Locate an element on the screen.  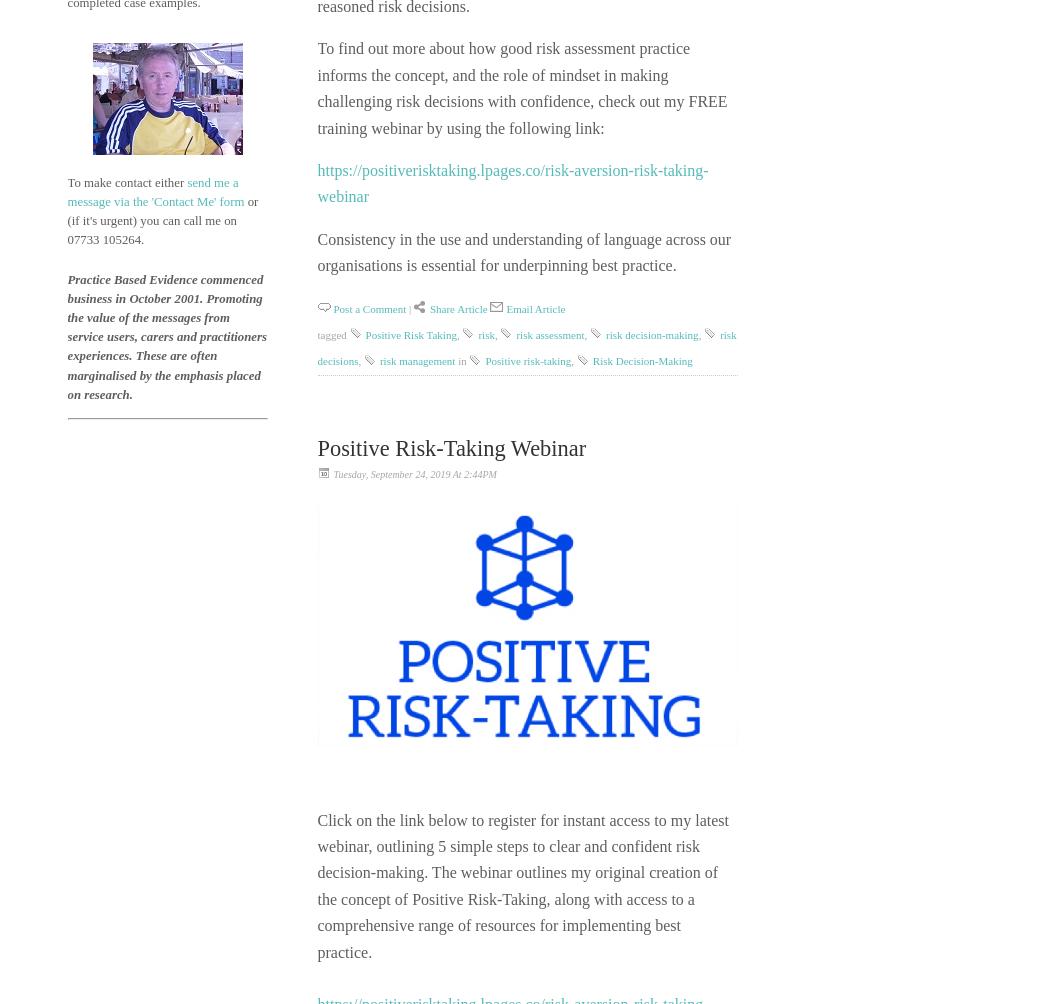
'Click on the link below to register for instant access to my latest webinar, outlining 5 simple steps to clear and confident risk decision-making. The webinar outlines my original creation of the concept of' is located at coordinates (522, 859).